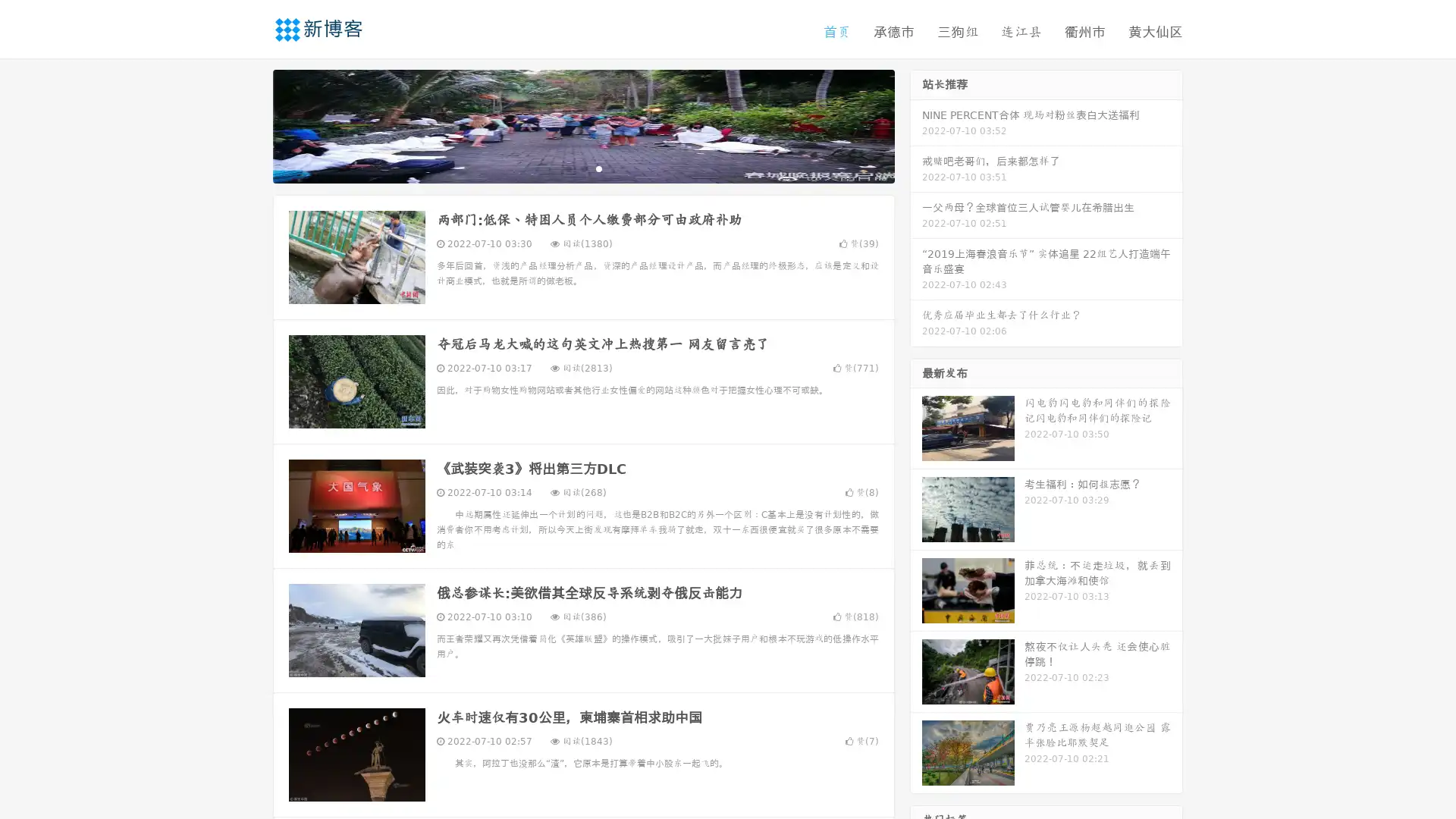 The height and width of the screenshot is (819, 1456). I want to click on Go to slide 1, so click(567, 171).